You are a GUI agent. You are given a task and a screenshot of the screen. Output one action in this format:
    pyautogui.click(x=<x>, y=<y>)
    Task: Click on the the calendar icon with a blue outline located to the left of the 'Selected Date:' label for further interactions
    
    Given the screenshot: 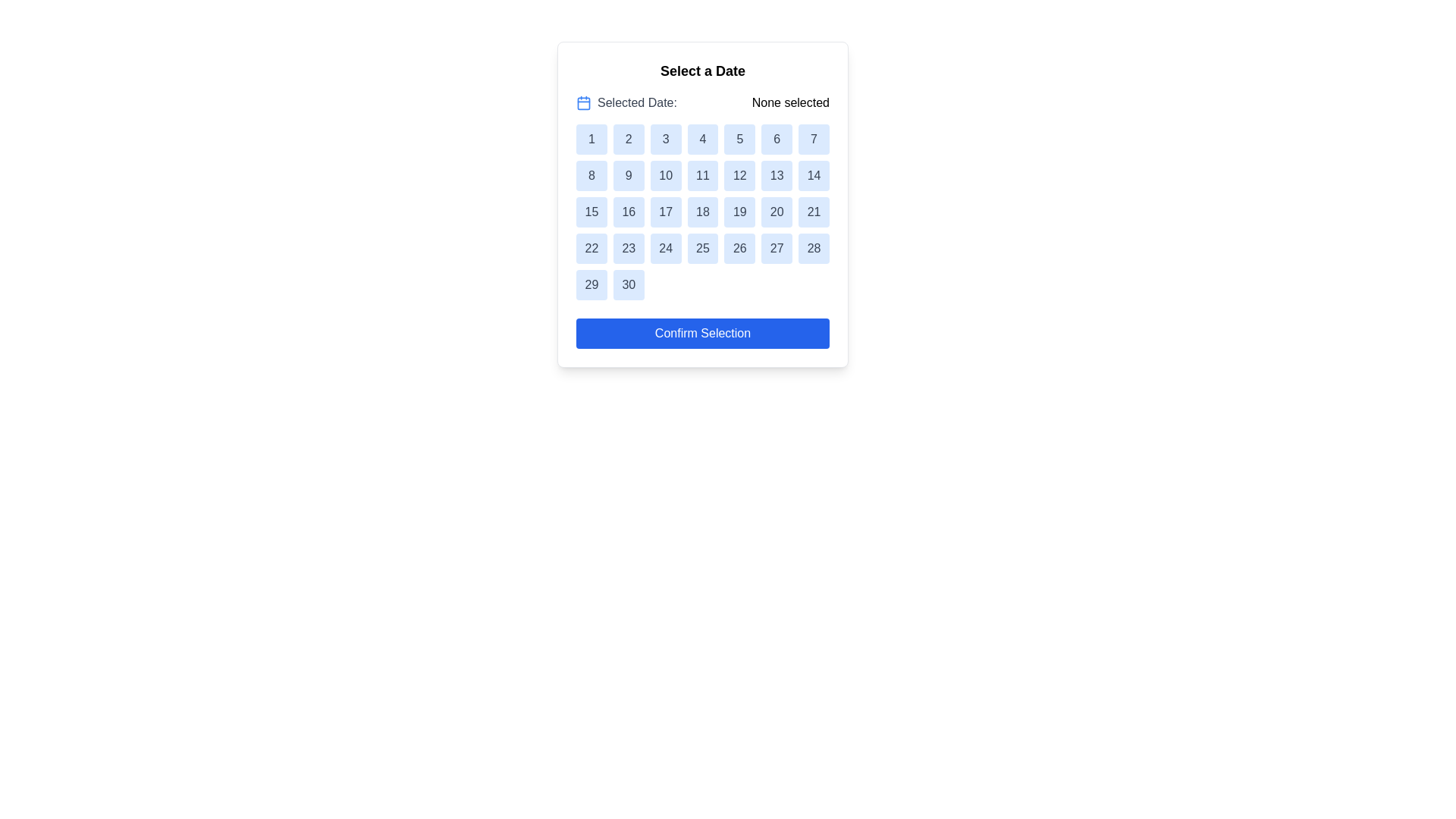 What is the action you would take?
    pyautogui.click(x=582, y=102)
    